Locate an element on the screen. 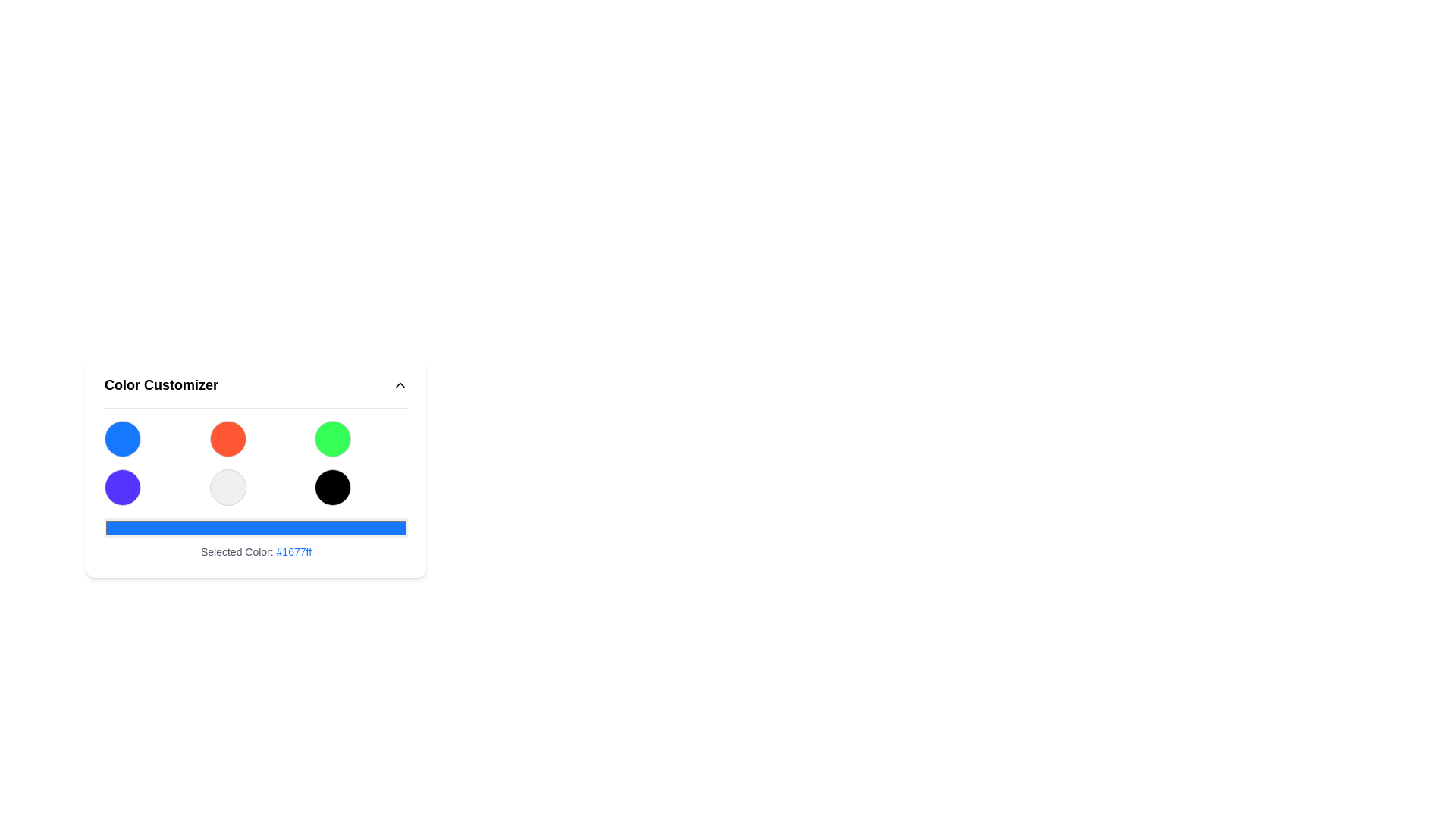 The height and width of the screenshot is (819, 1456). the grid of circular buttons for possible tooltips related to color selection is located at coordinates (256, 462).